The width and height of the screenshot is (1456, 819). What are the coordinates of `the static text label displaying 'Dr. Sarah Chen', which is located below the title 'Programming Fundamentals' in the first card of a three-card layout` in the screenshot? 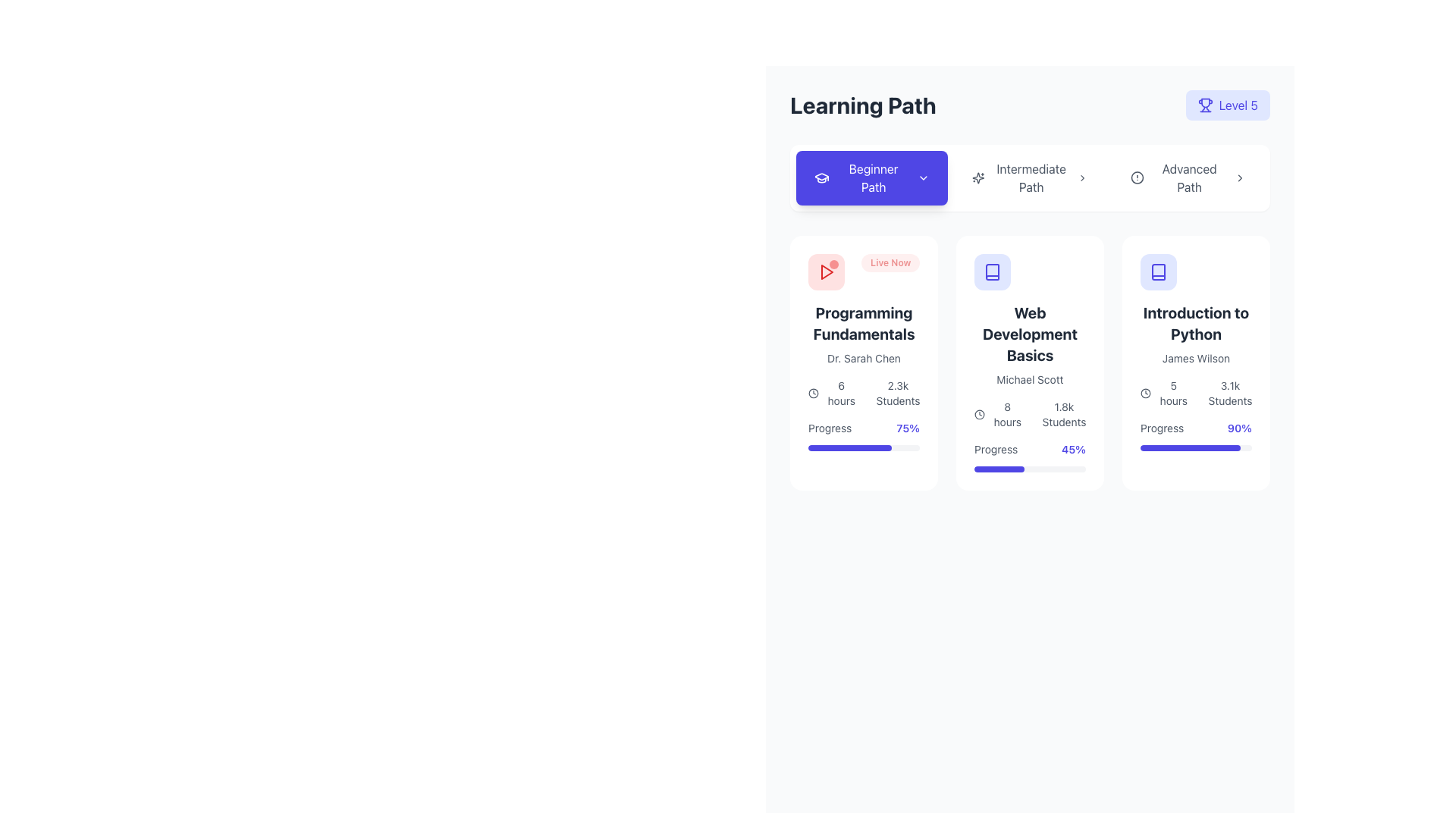 It's located at (864, 359).